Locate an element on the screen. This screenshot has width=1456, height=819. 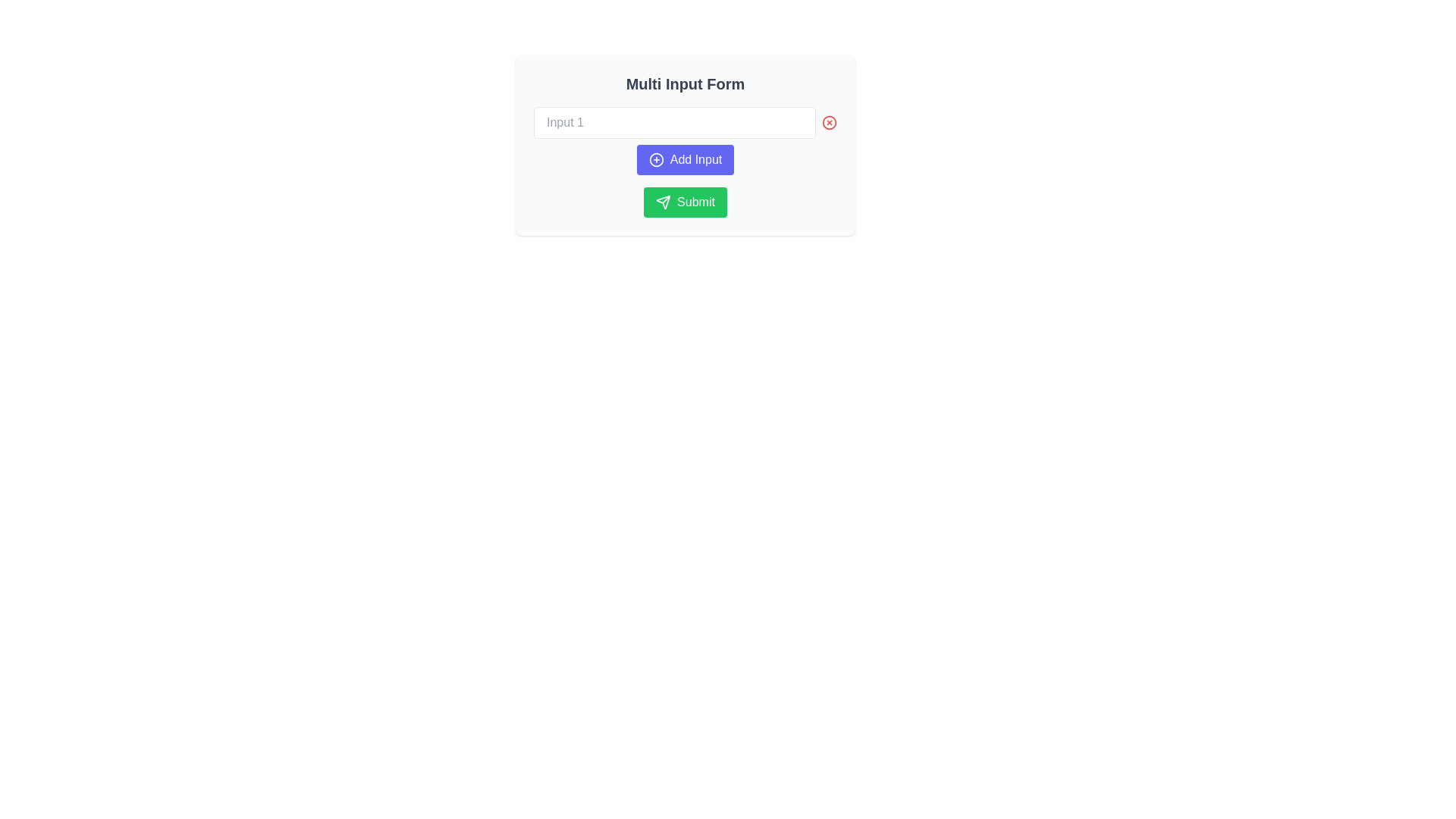
the 'Submit' button which contains a triangular icon resembling an arrow, located below the 'Add Input' button in the central form section is located at coordinates (663, 201).